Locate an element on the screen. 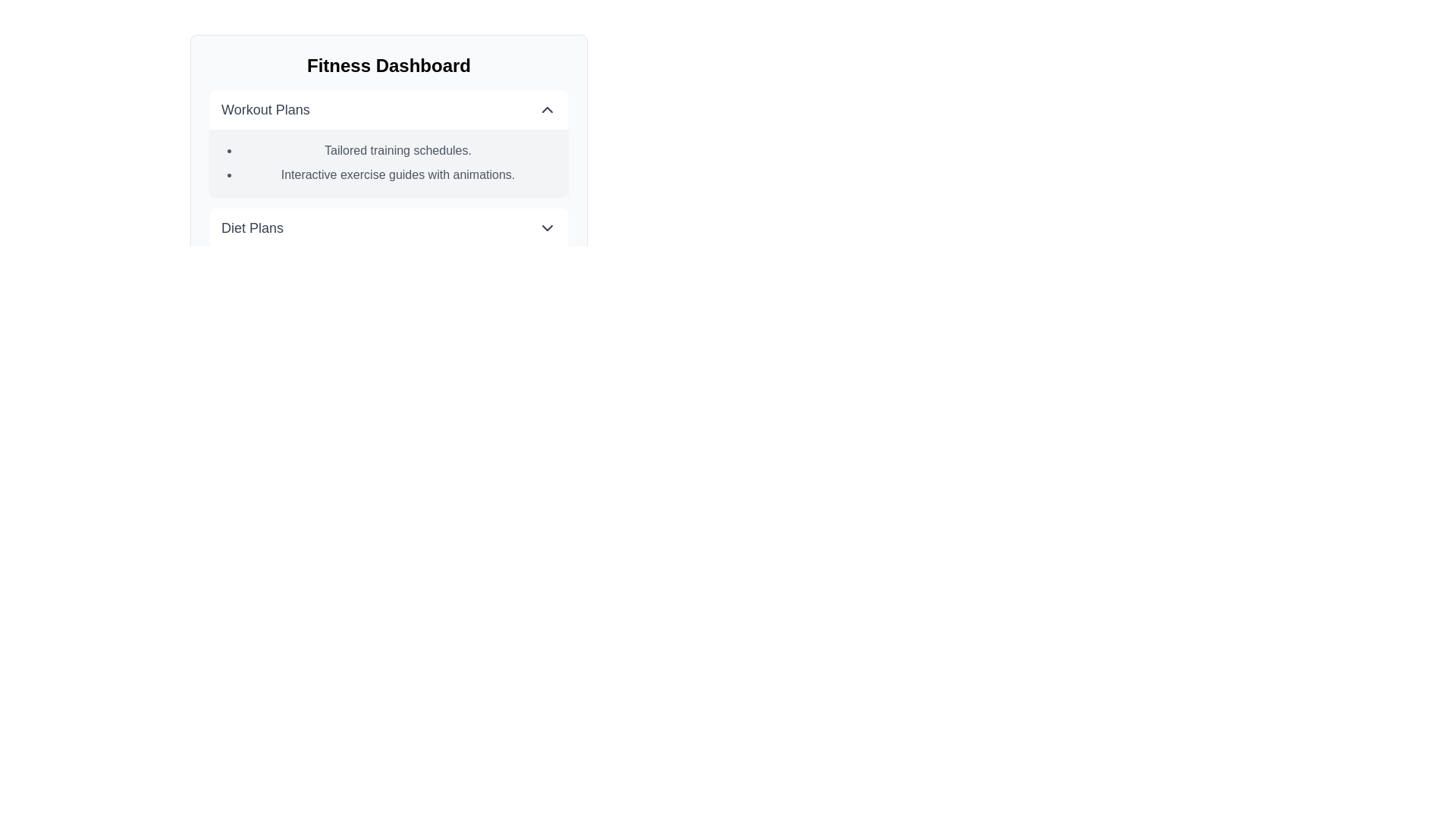 This screenshot has height=819, width=1456. the upward-pointing chevron arrow button located to the right of the 'Workout Plans' section header is located at coordinates (546, 109).